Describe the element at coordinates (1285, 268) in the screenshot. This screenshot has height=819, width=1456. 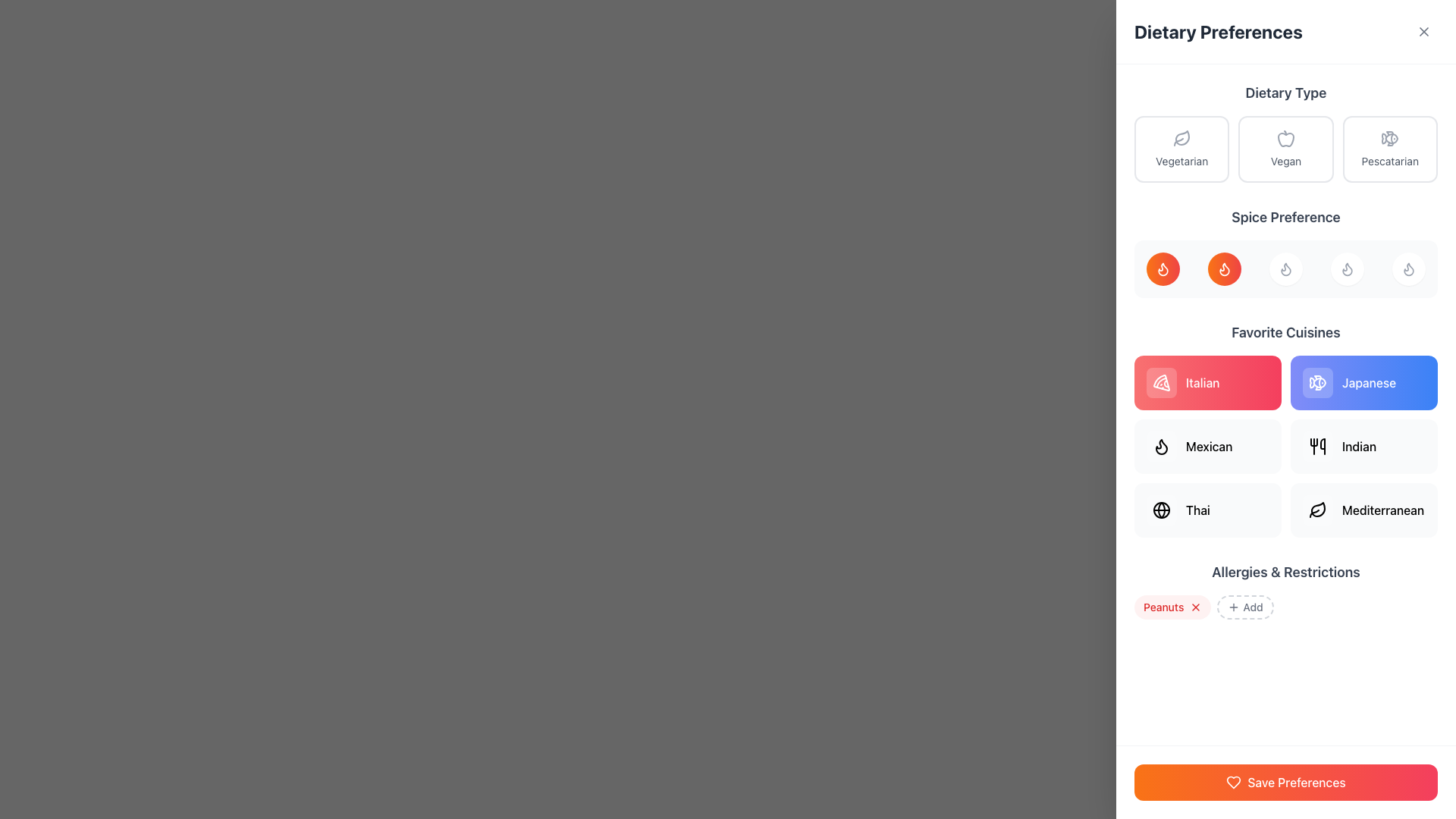
I see `the circular button with a white background and a gray flame icon, which is the third button from the left under the 'Spice Preference' header` at that location.